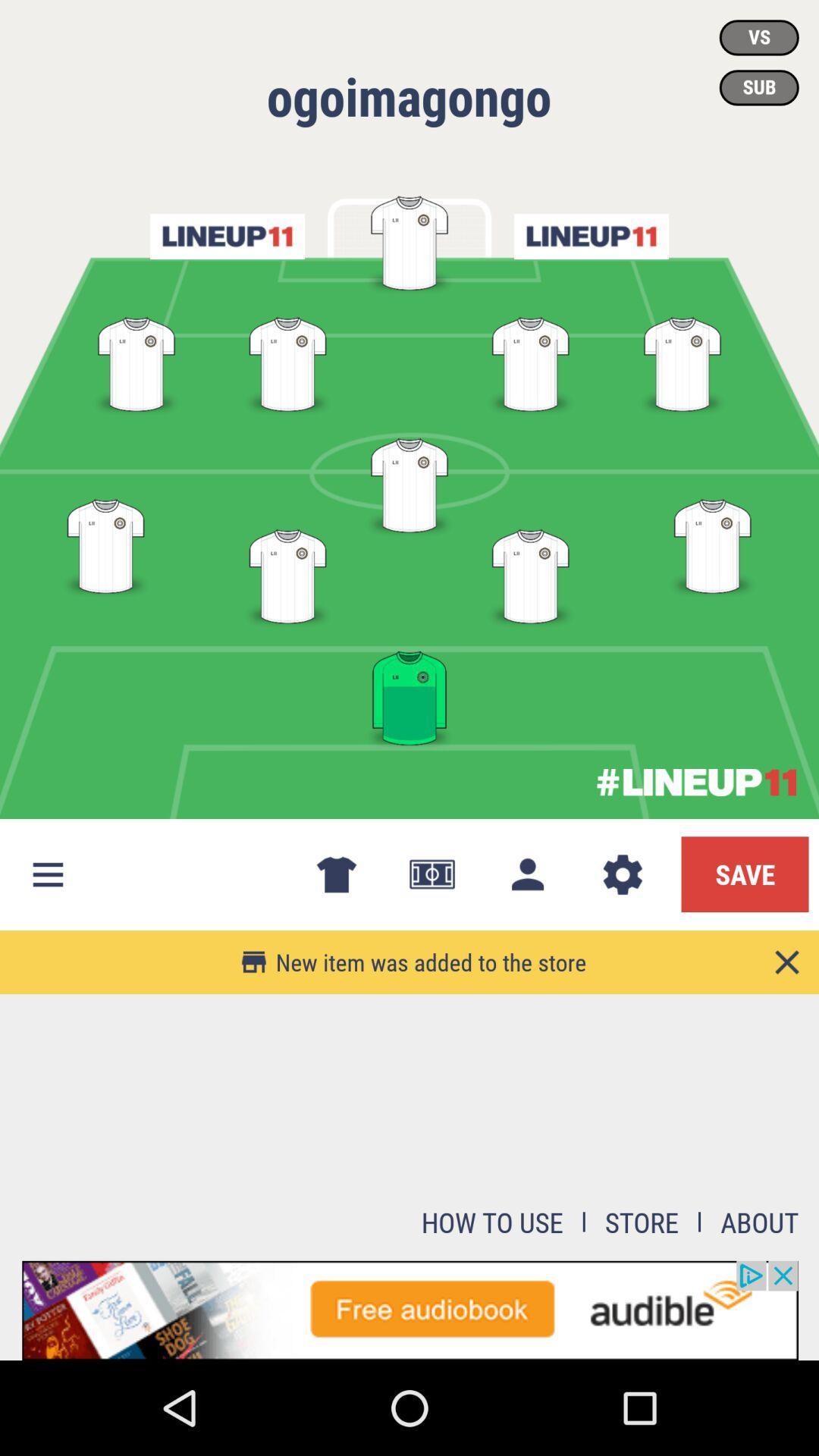  Describe the element at coordinates (681, 356) in the screenshot. I see `the fourth position in the second row from top` at that location.